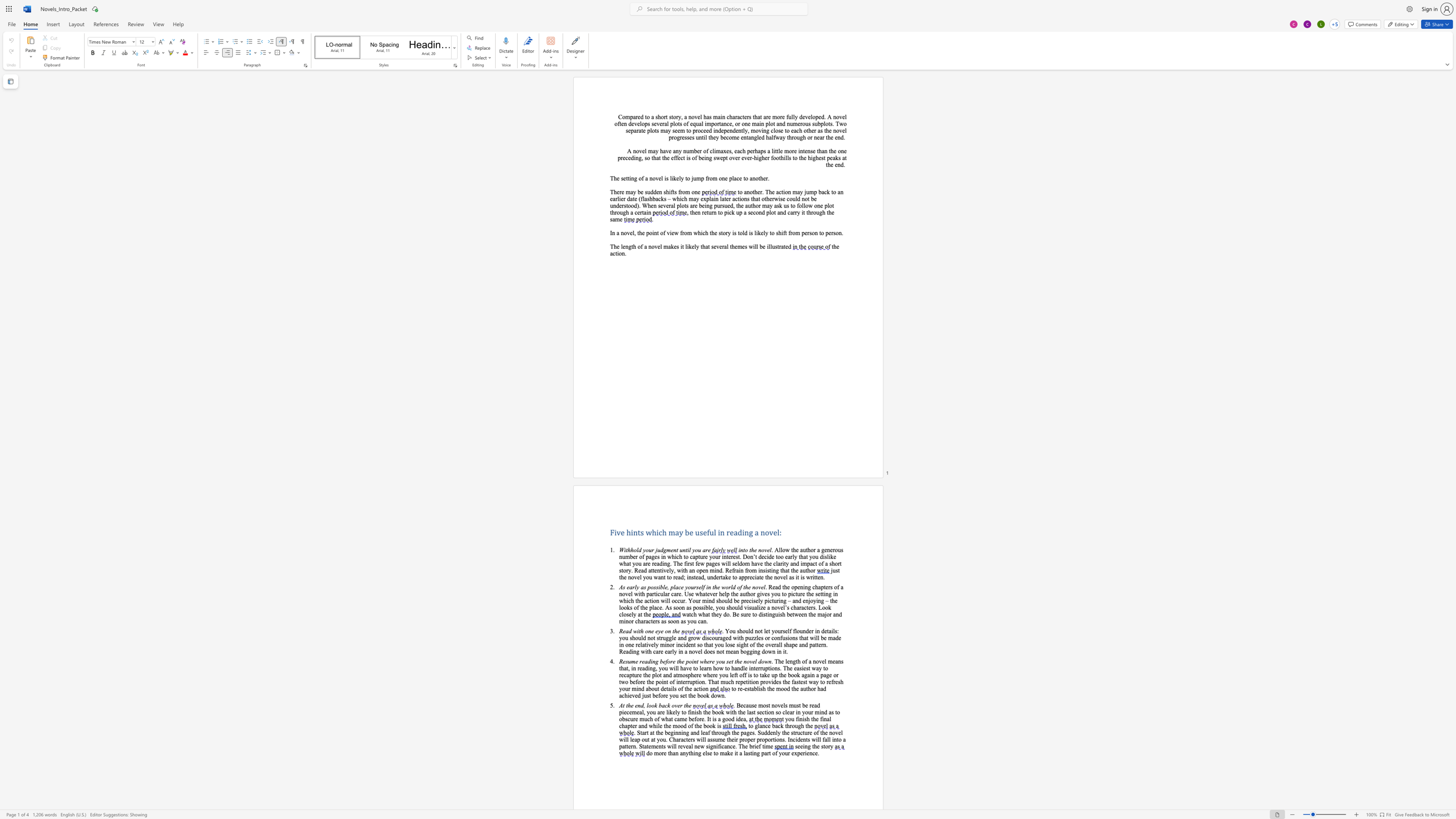 This screenshot has width=1456, height=819. I want to click on the 1th character "f" in the text, so click(671, 192).